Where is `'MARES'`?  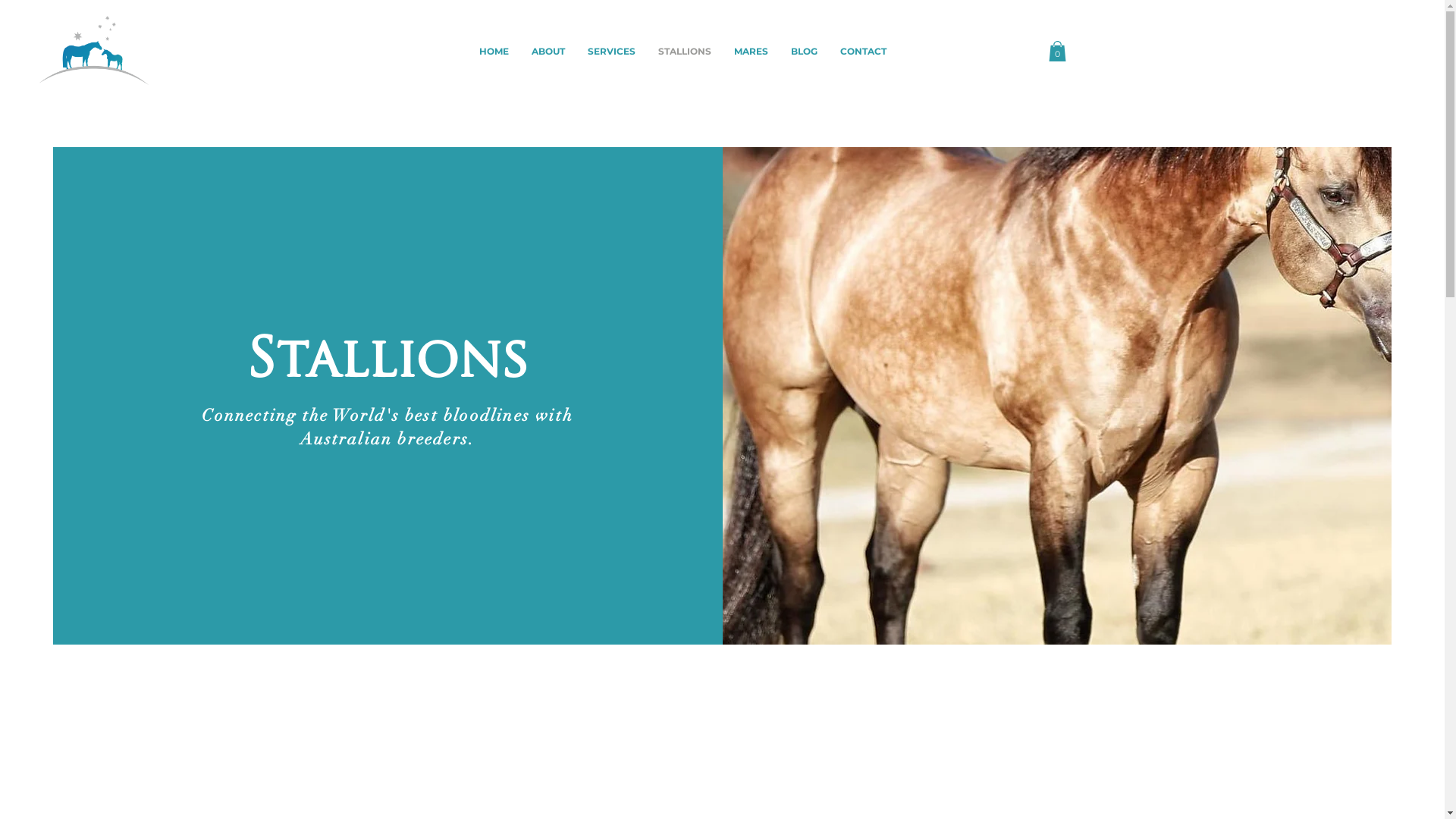 'MARES' is located at coordinates (751, 50).